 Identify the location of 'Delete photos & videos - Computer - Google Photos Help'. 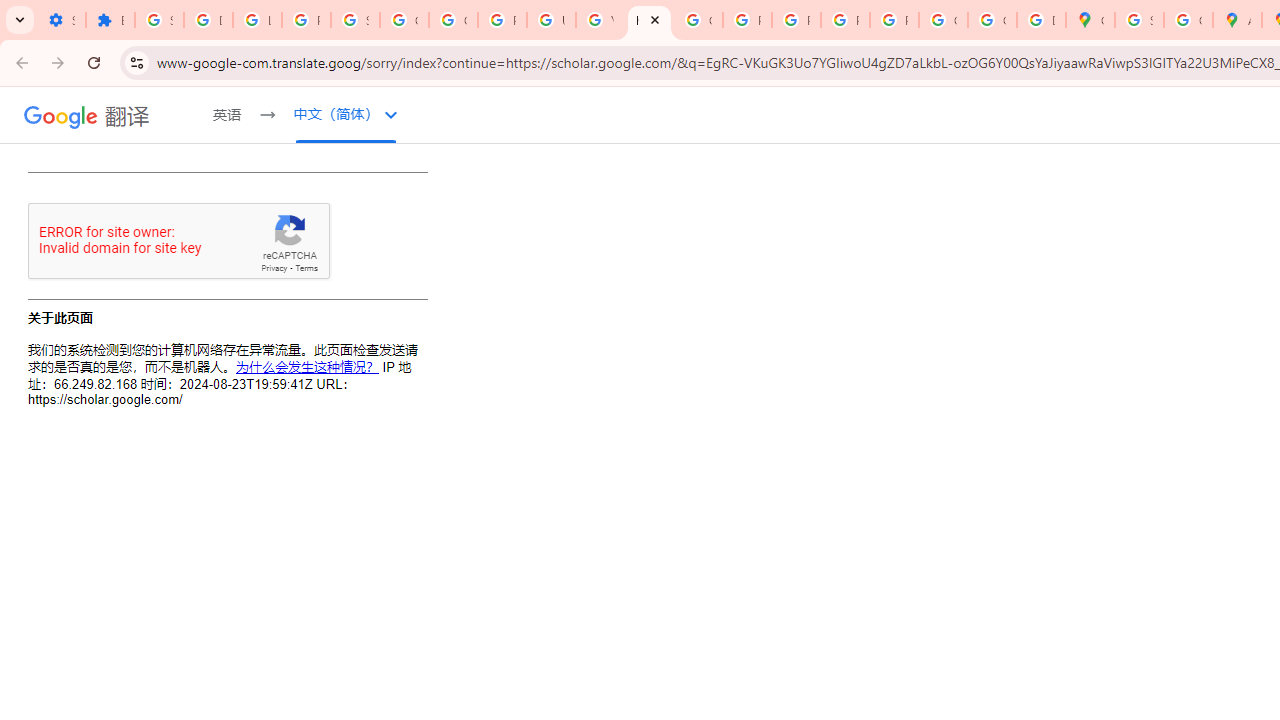
(208, 20).